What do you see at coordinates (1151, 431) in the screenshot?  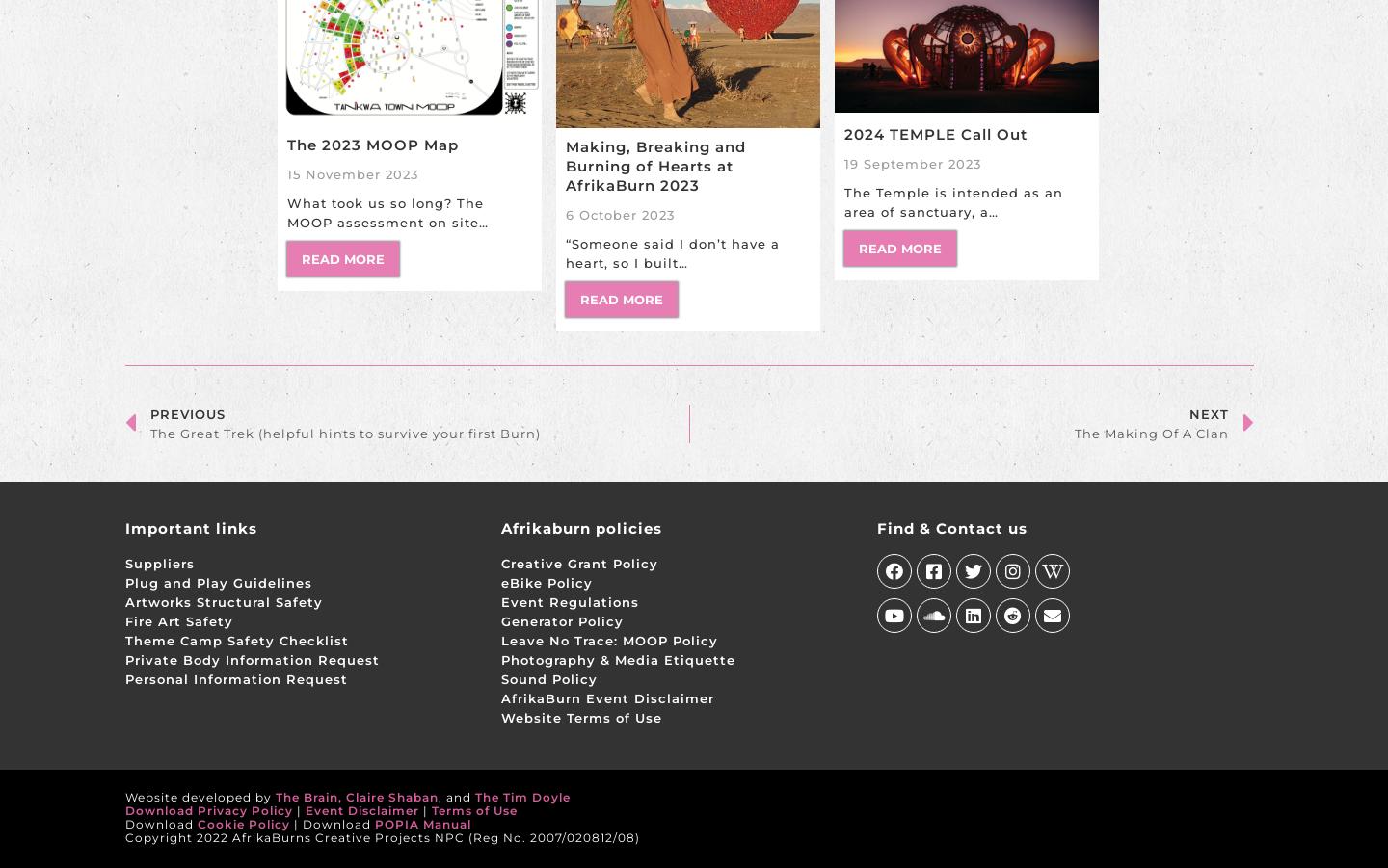 I see `'The Making Of A Clan'` at bounding box center [1151, 431].